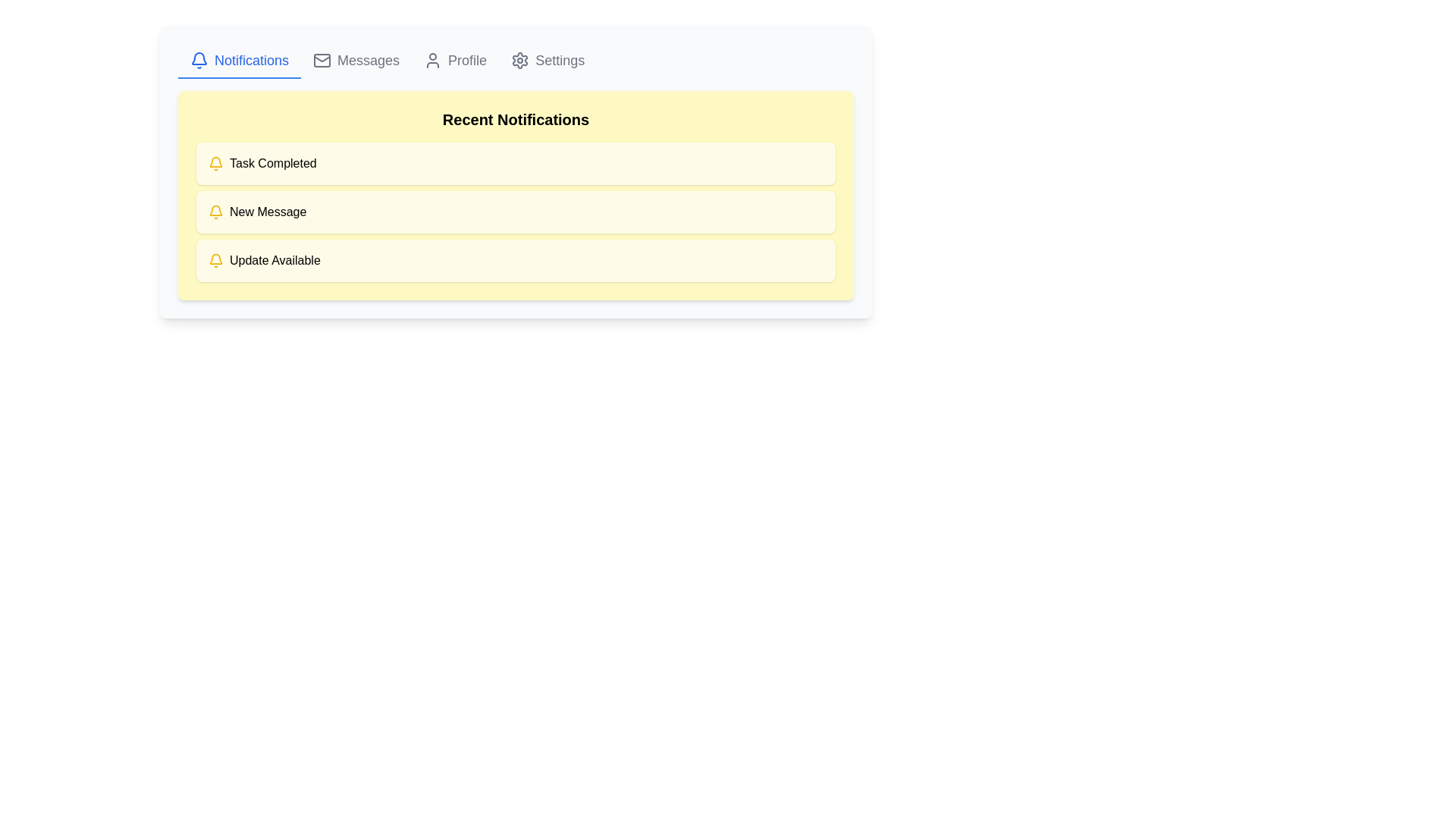  What do you see at coordinates (547, 61) in the screenshot?
I see `the 'Settings' button` at bounding box center [547, 61].